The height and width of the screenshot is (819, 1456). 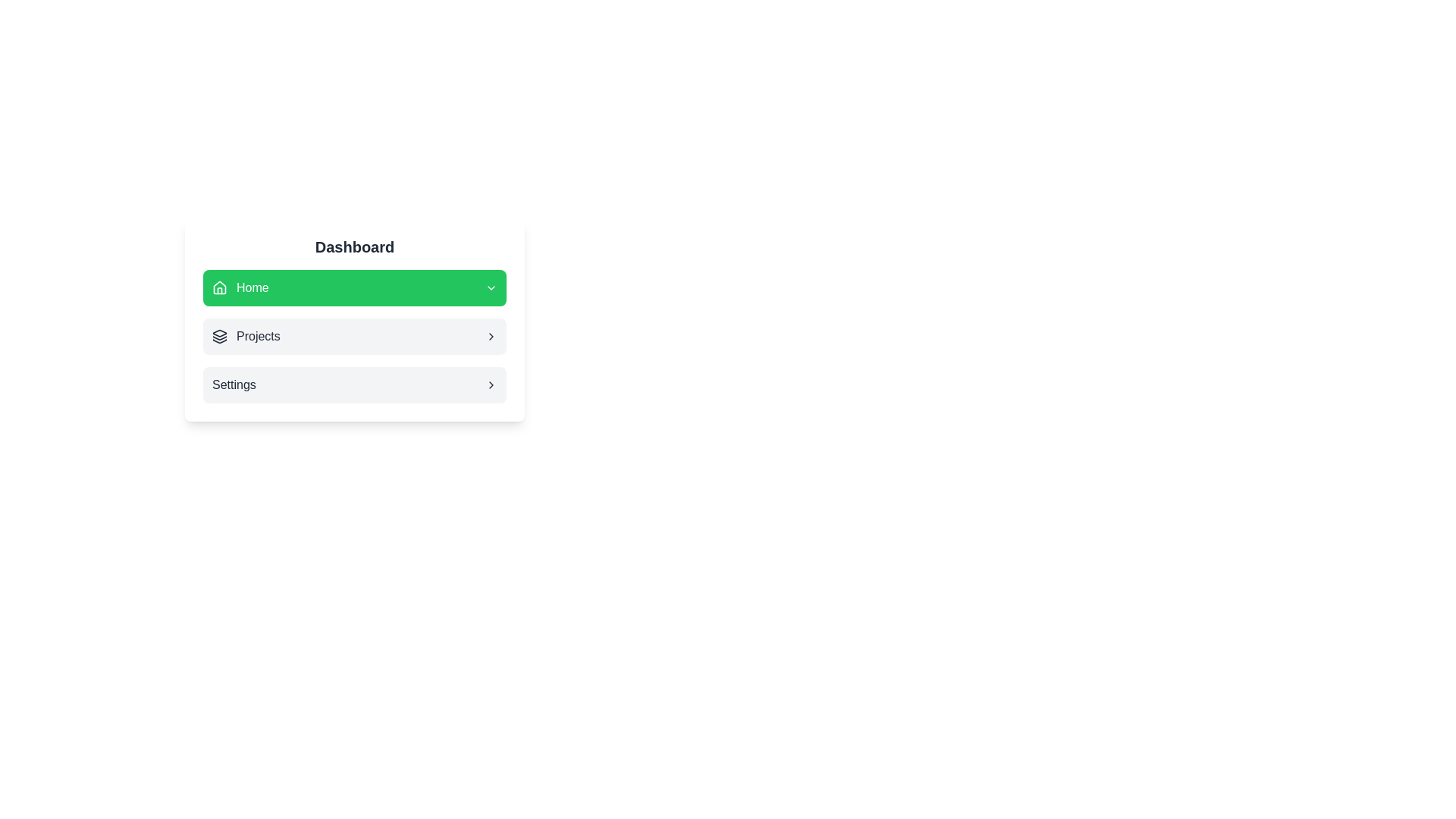 What do you see at coordinates (491, 384) in the screenshot?
I see `the right-oriented arrow icon in the 'Settings' menu entry, which is styled with a thin stroke and positioned in a gray box` at bounding box center [491, 384].